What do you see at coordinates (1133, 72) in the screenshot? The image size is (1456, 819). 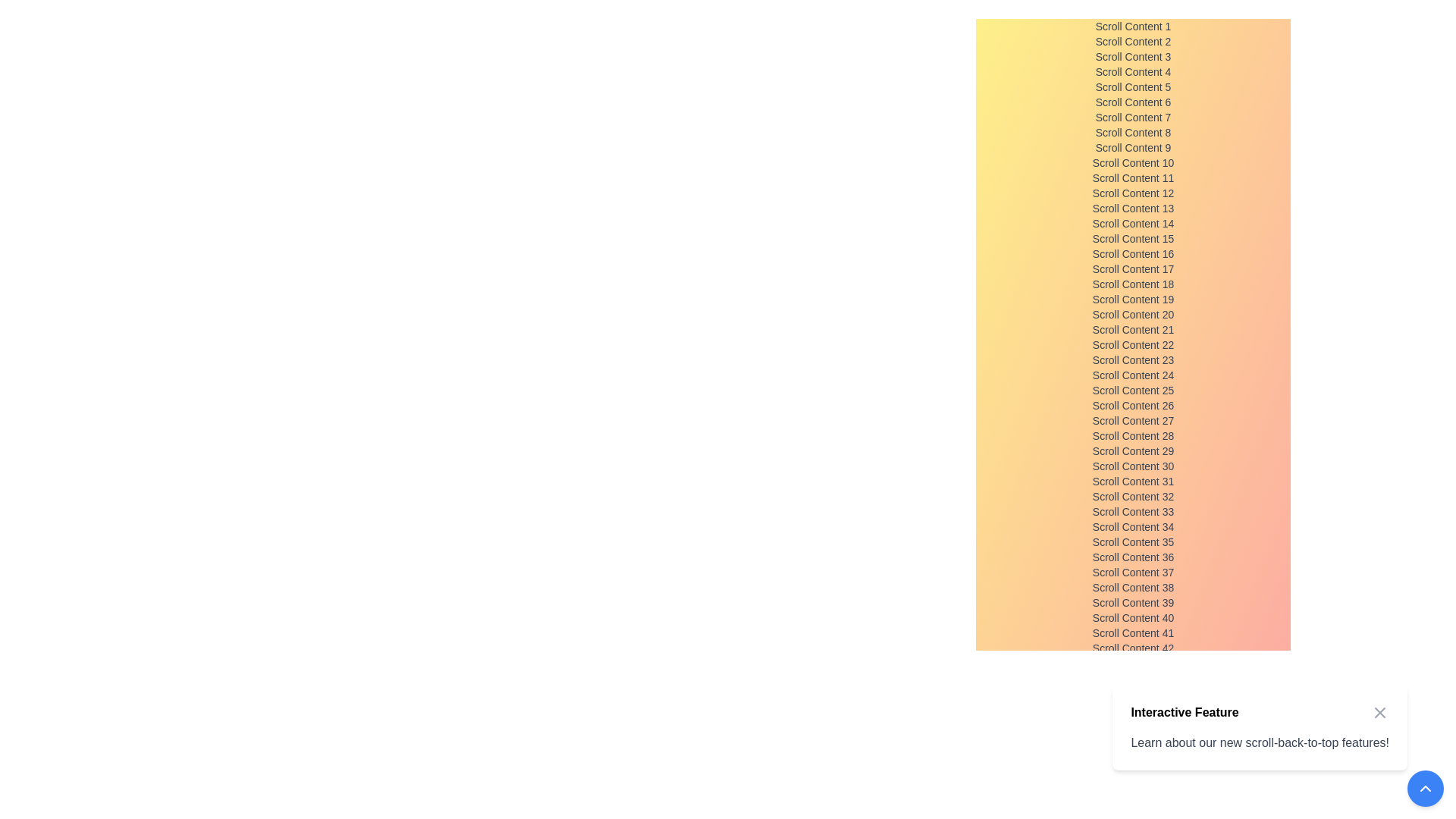 I see `text displayed in the fourth text label of a vertical list, located in the right section of the interface` at bounding box center [1133, 72].